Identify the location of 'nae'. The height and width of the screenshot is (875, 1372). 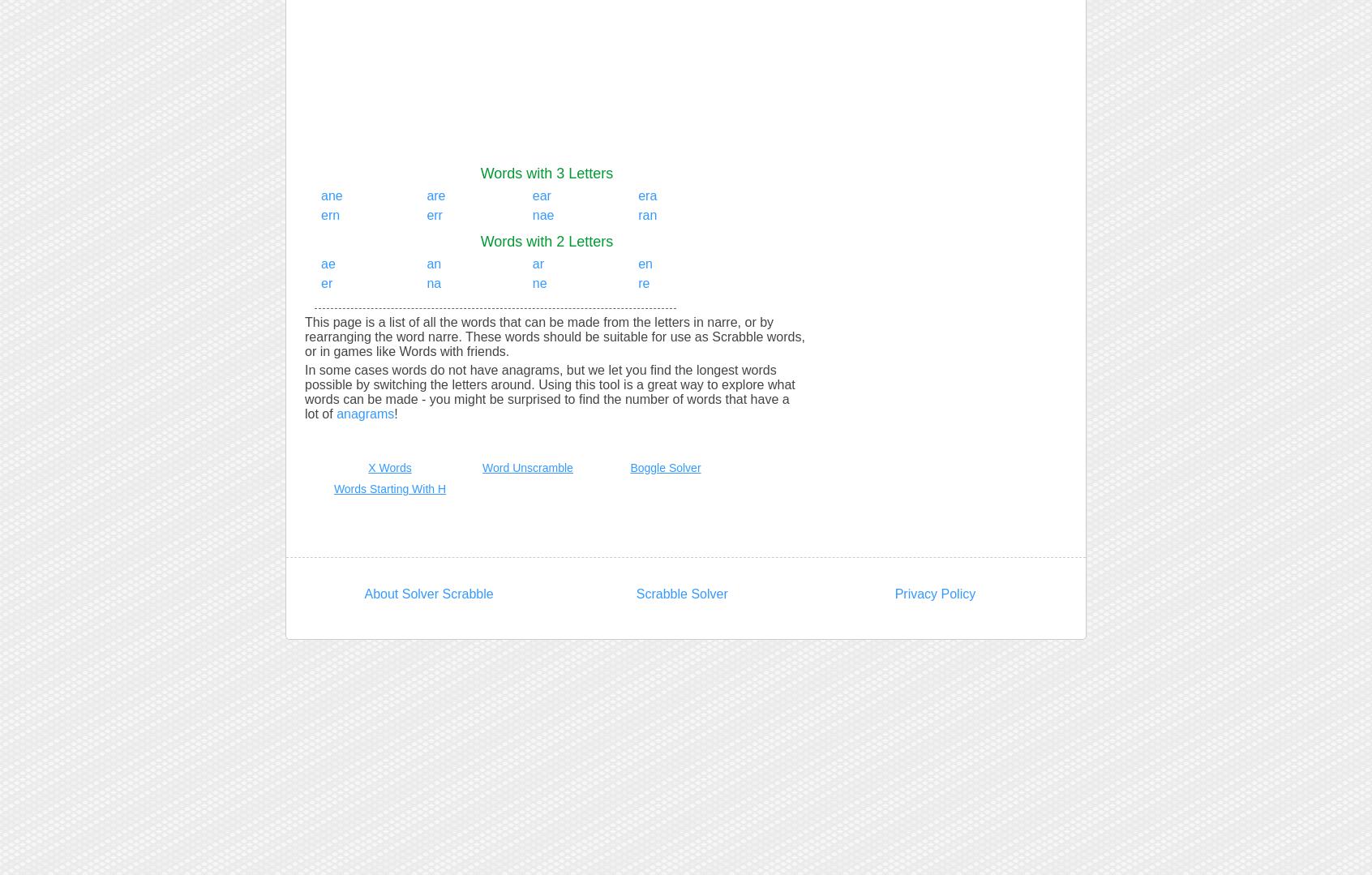
(542, 215).